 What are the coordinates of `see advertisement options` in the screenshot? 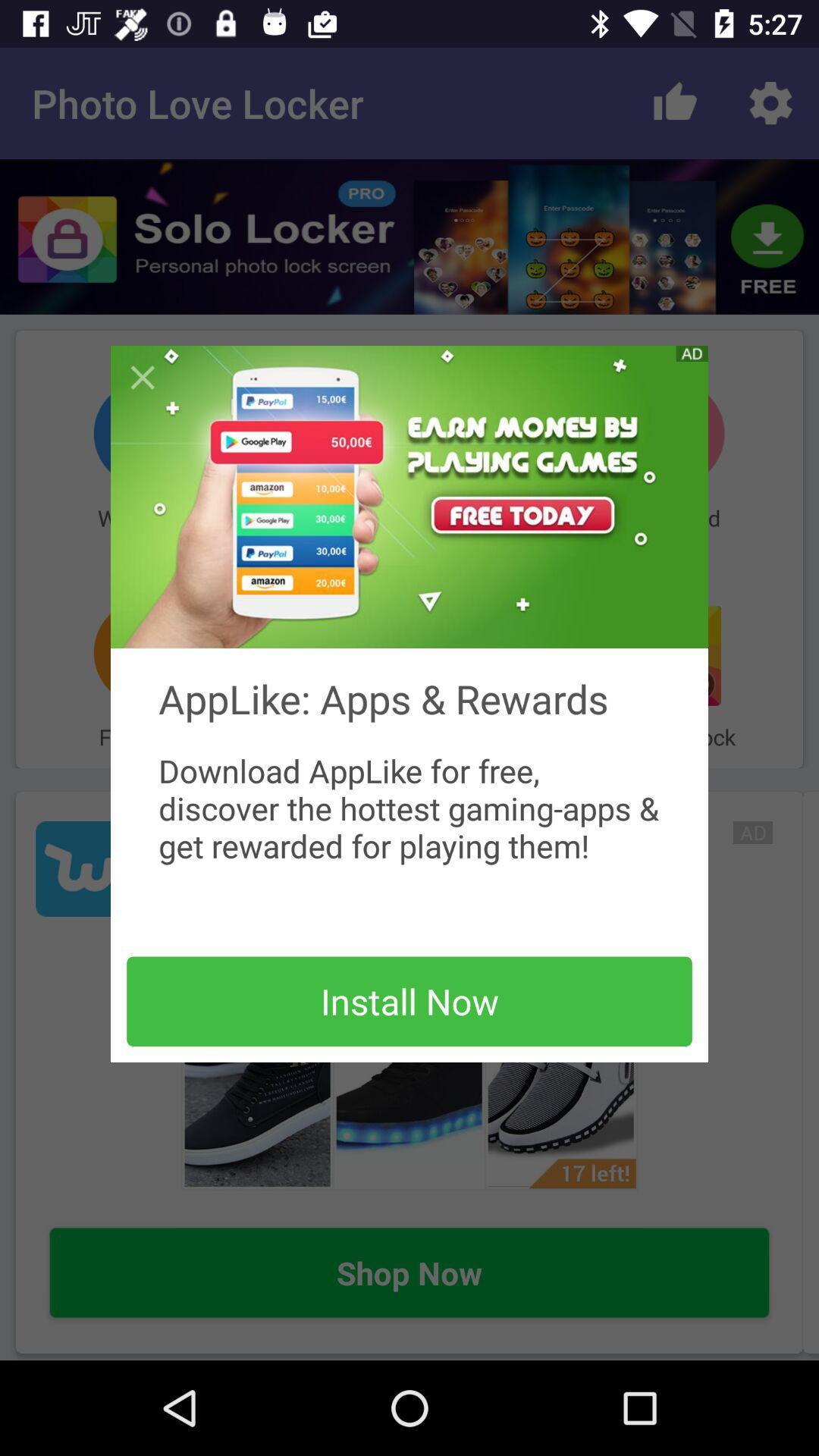 It's located at (692, 353).